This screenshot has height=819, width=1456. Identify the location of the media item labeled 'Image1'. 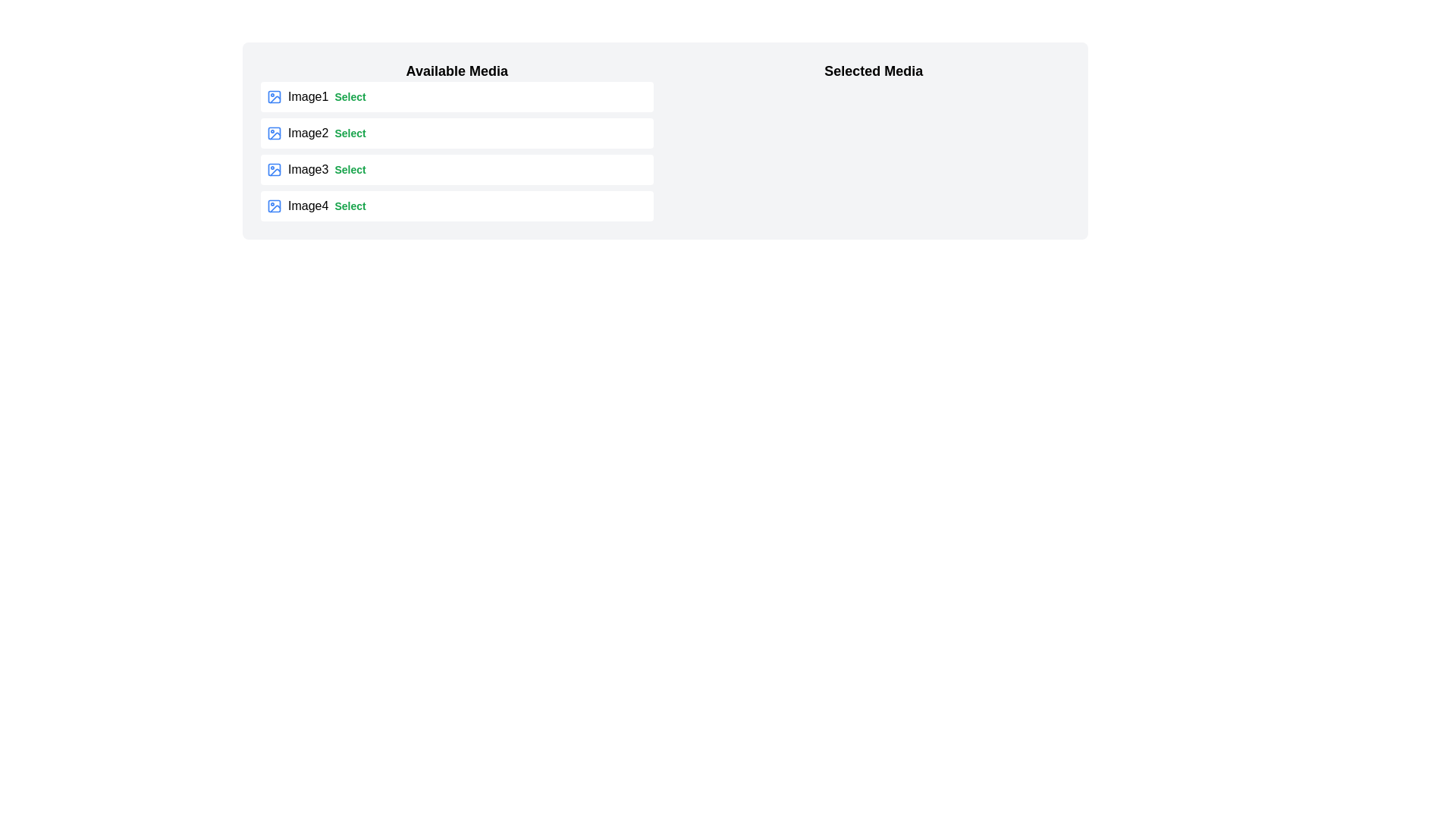
(456, 96).